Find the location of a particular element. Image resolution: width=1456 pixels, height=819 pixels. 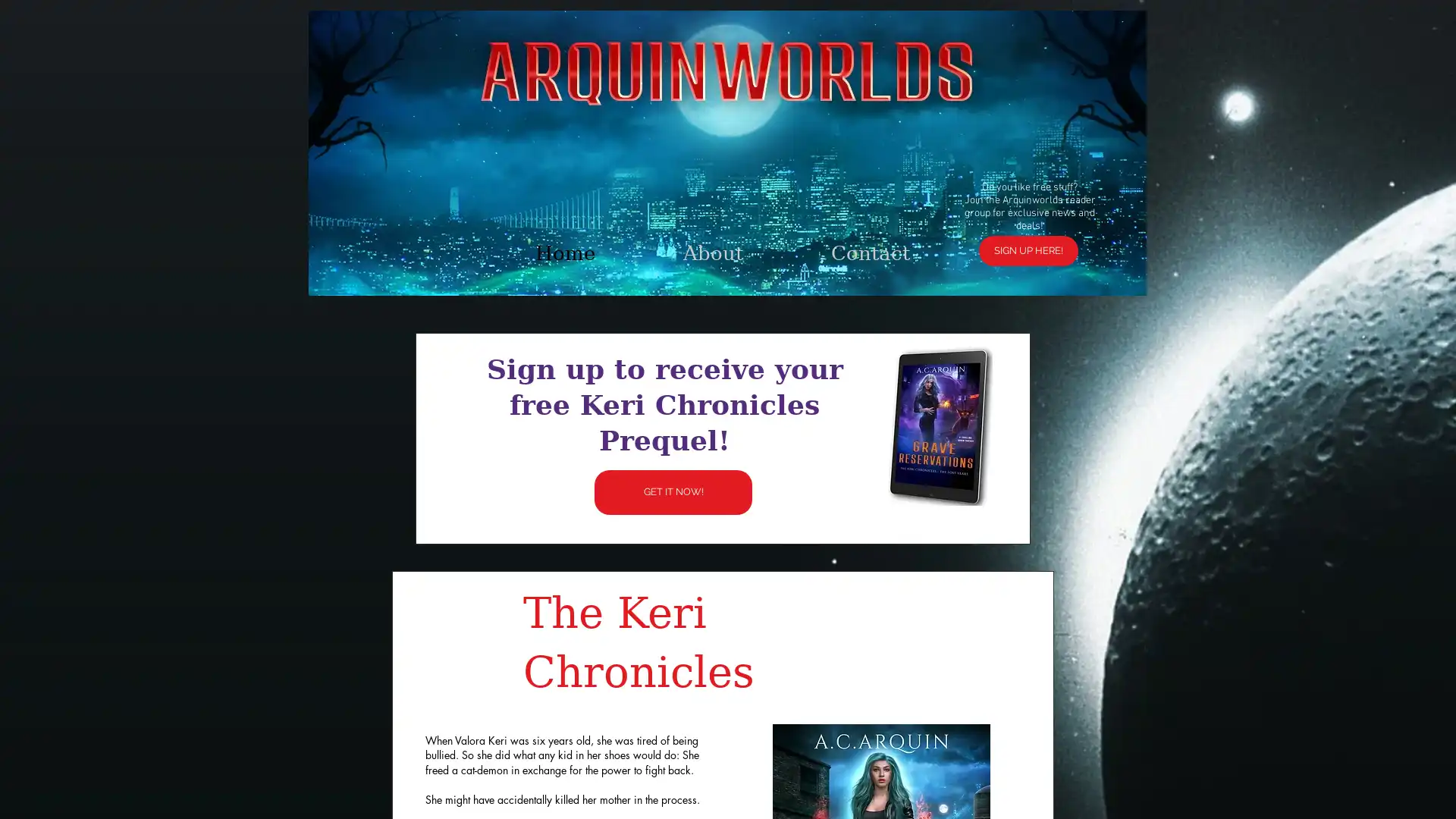

Back to site is located at coordinates (952, 228).